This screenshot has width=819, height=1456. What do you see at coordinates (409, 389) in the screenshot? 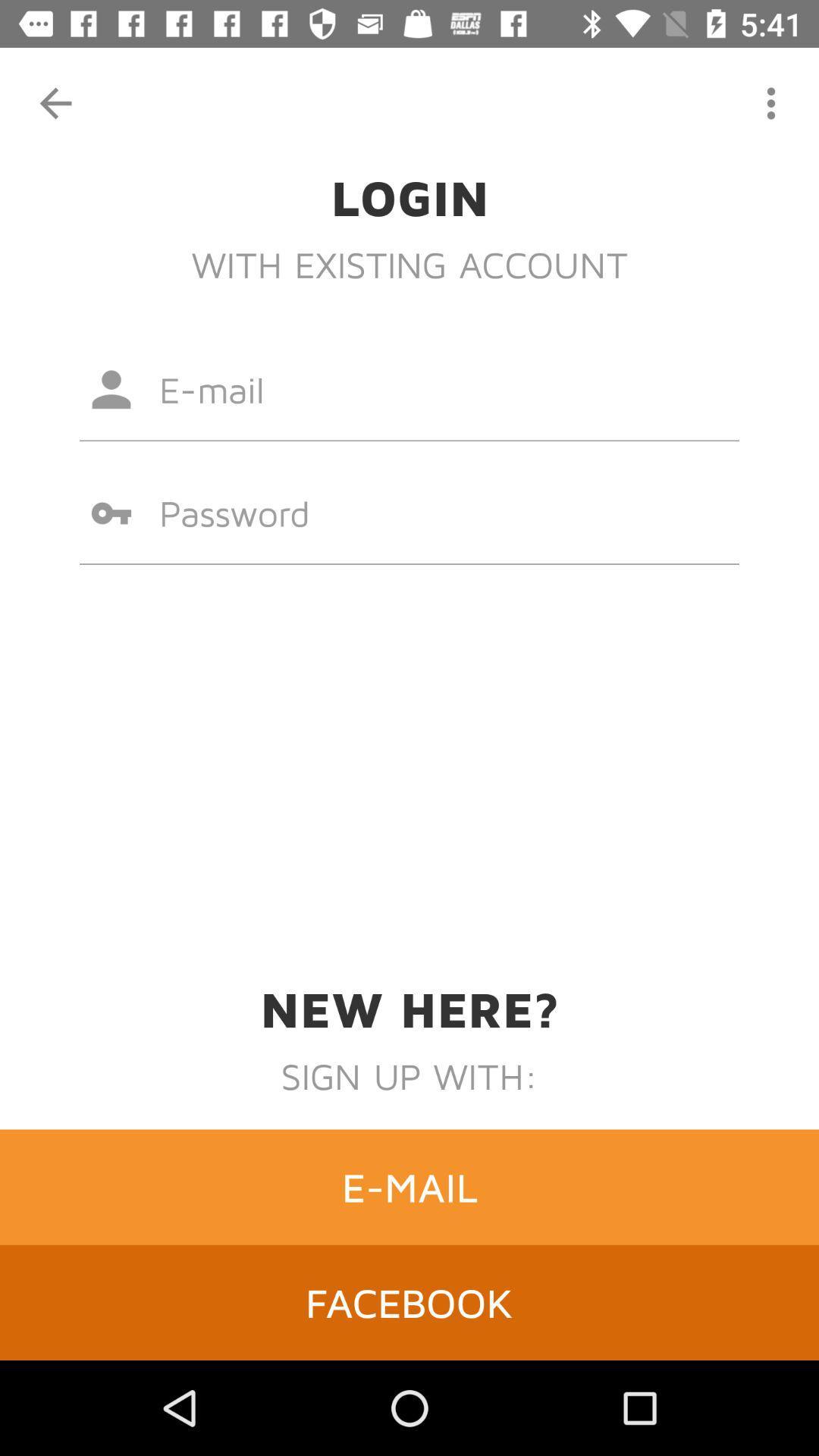
I see `item below with existing account icon` at bounding box center [409, 389].